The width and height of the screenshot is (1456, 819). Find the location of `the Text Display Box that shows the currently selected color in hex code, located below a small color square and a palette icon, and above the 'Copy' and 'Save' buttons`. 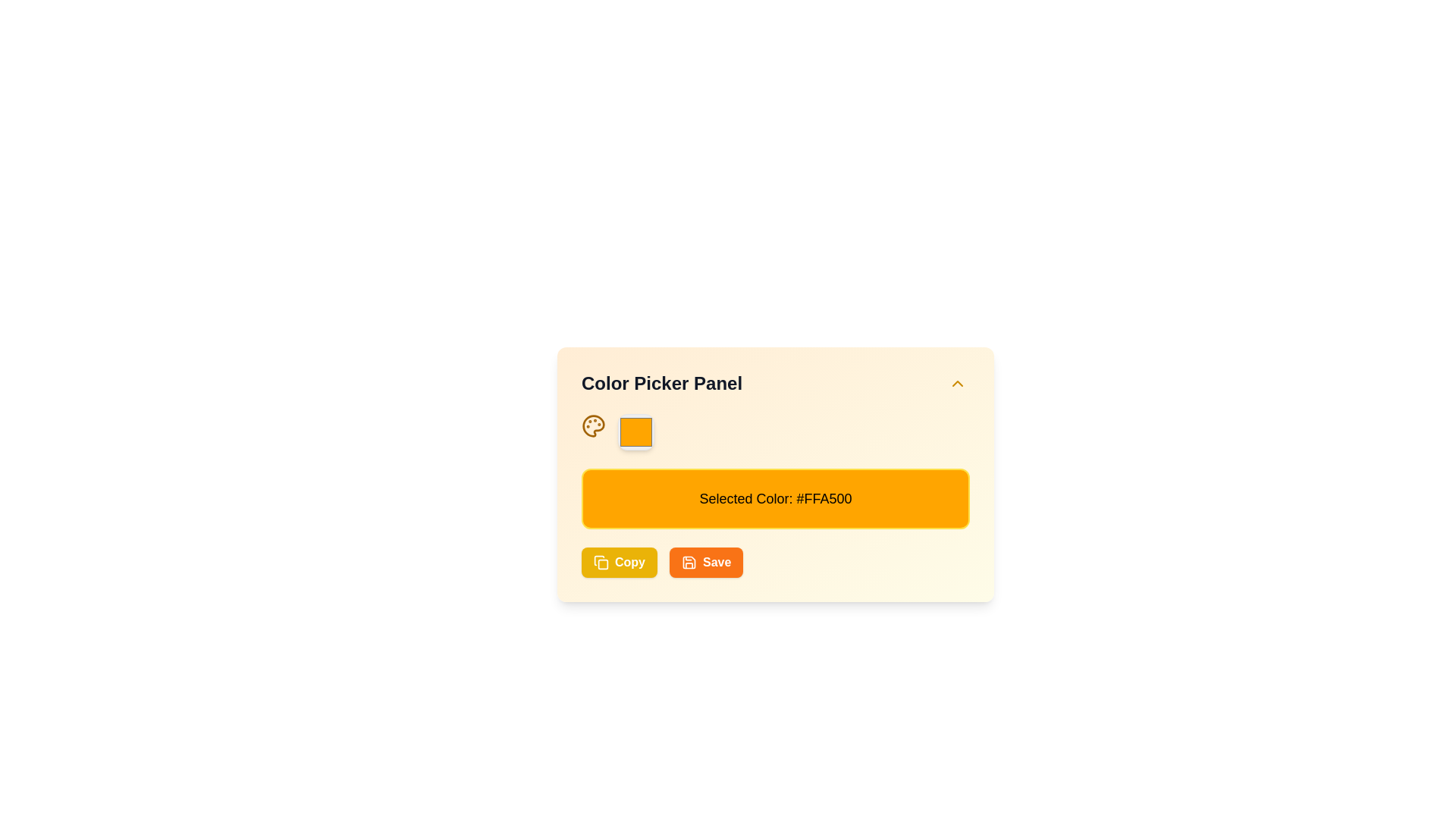

the Text Display Box that shows the currently selected color in hex code, located below a small color square and a palette icon, and above the 'Copy' and 'Save' buttons is located at coordinates (775, 499).